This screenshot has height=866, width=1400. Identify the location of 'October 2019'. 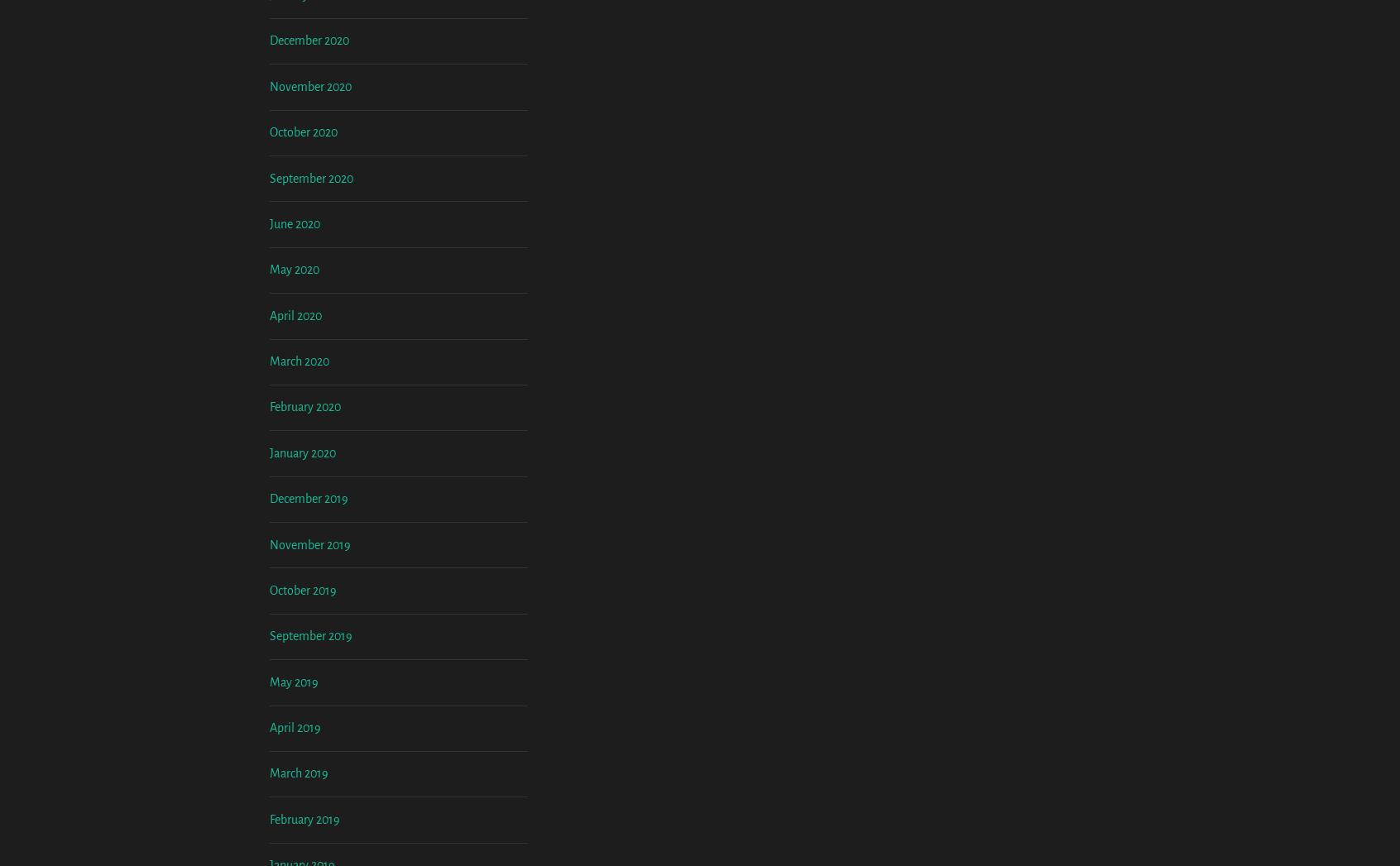
(303, 725).